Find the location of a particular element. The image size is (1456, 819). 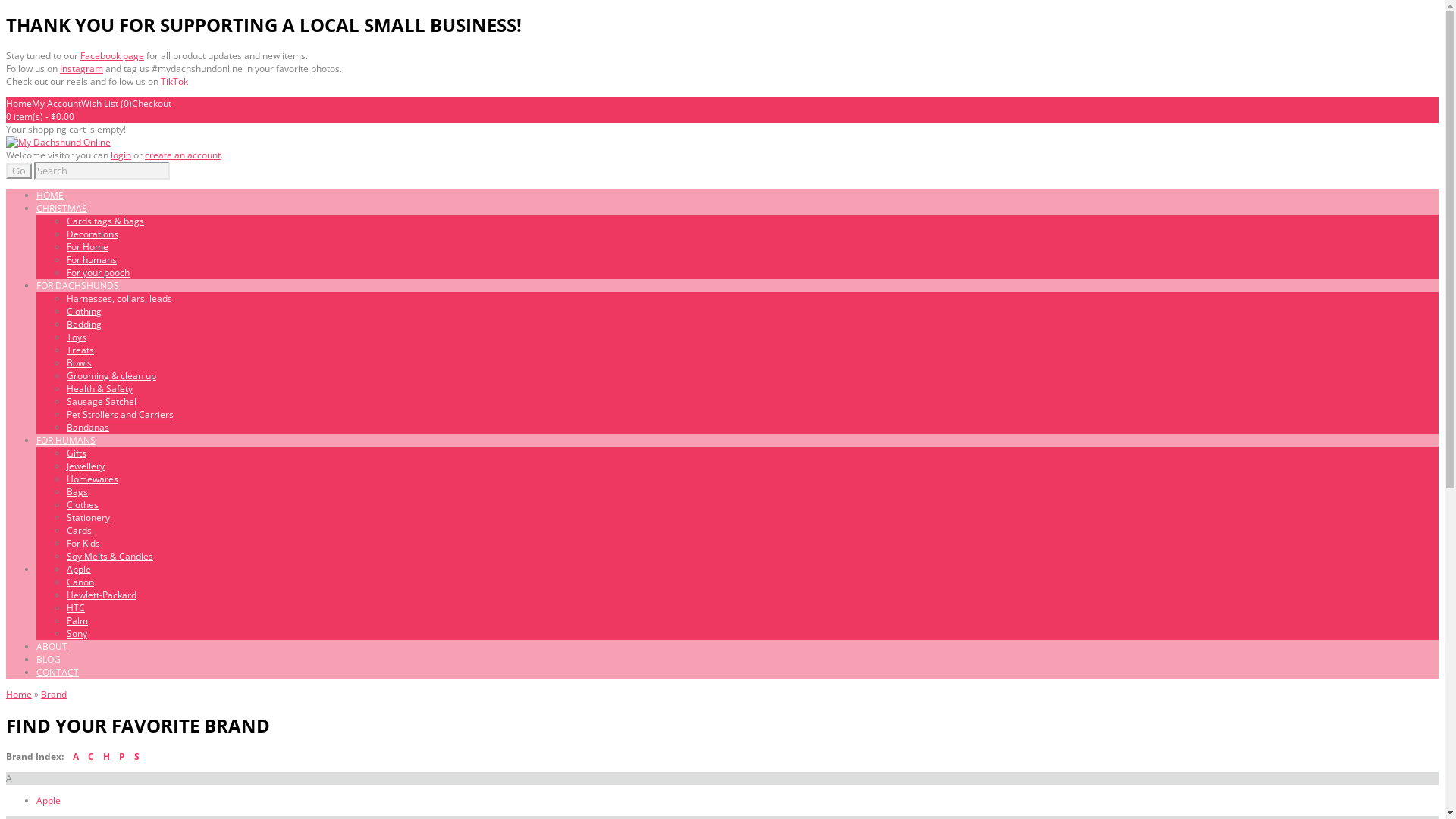

'HOME' is located at coordinates (50, 194).